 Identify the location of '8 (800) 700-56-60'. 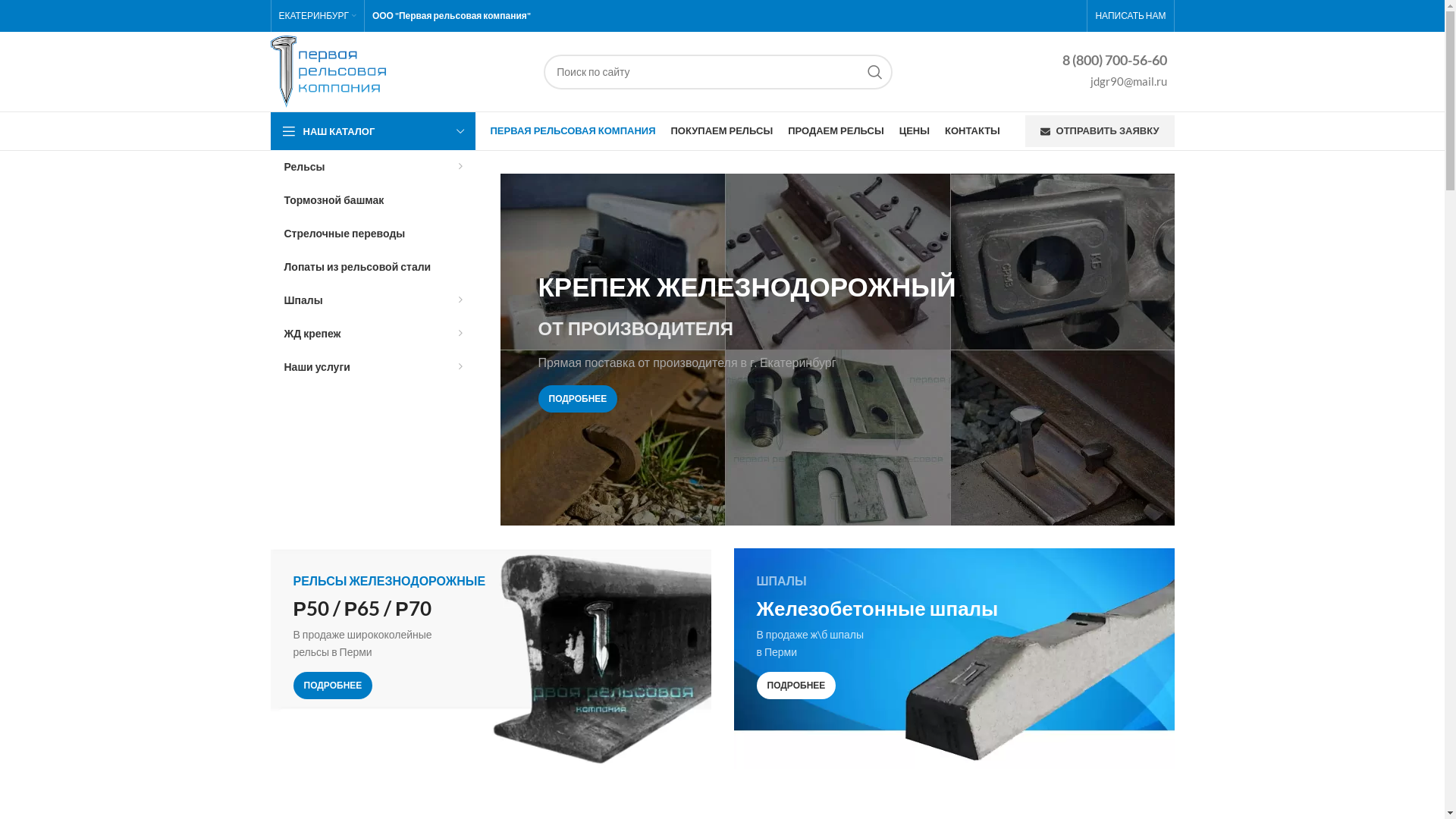
(1113, 63).